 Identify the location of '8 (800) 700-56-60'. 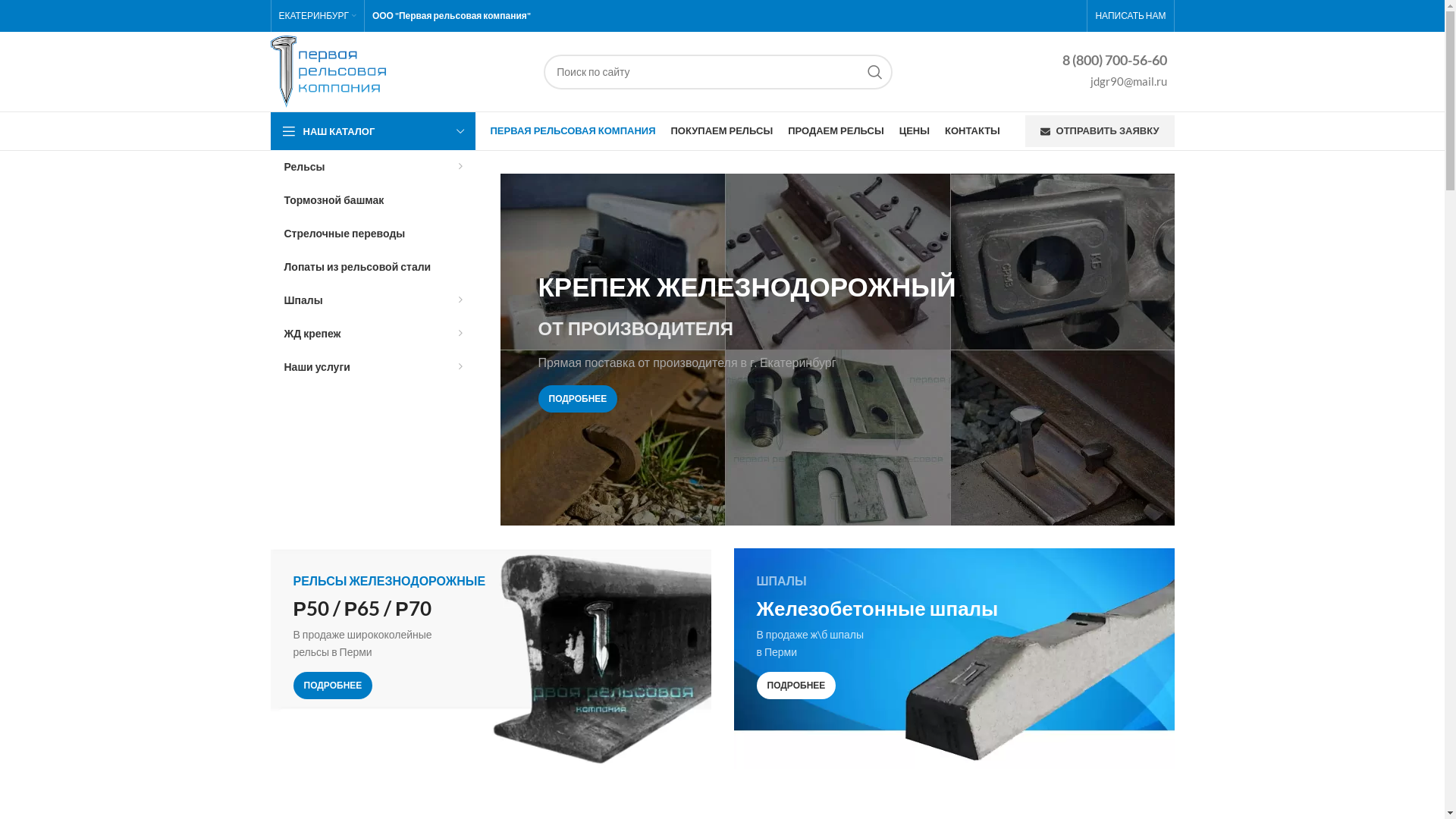
(1113, 63).